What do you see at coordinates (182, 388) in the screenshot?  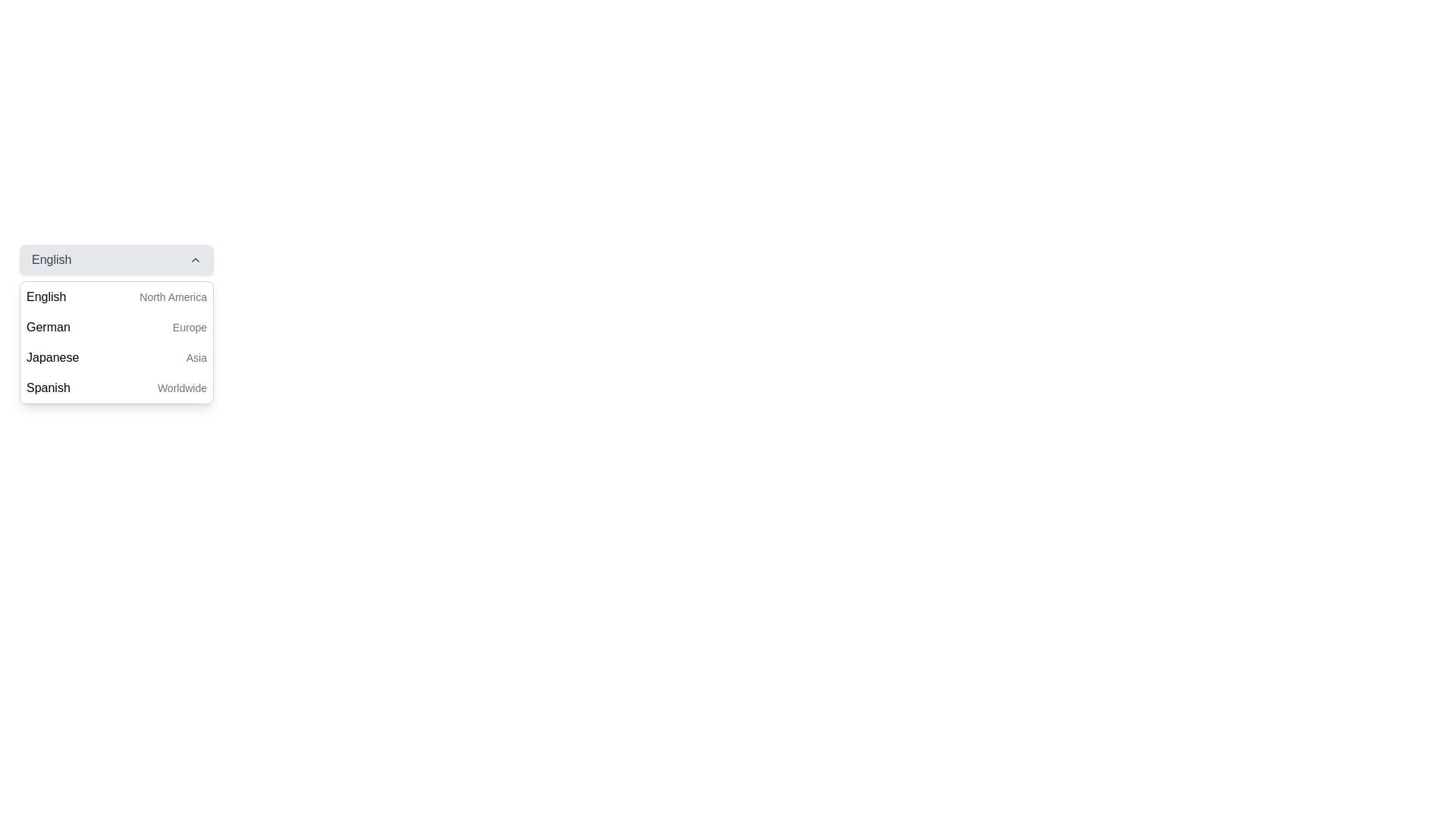 I see `the 'Worldwide' label text, which is styled in small gray font and positioned to the right of the bold 'Spanish' text within the dropdown menu` at bounding box center [182, 388].